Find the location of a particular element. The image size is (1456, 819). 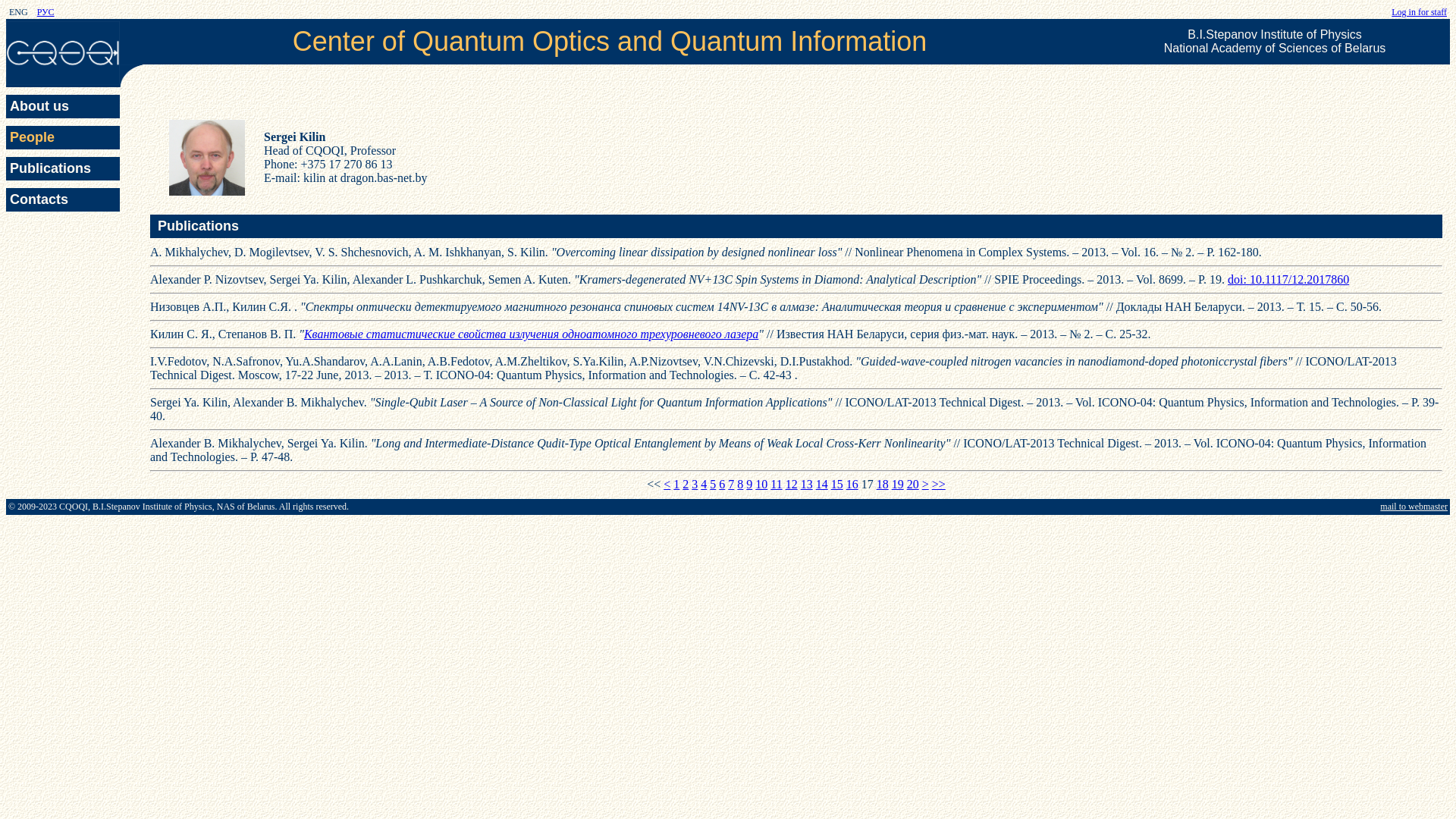

'18' is located at coordinates (882, 484).